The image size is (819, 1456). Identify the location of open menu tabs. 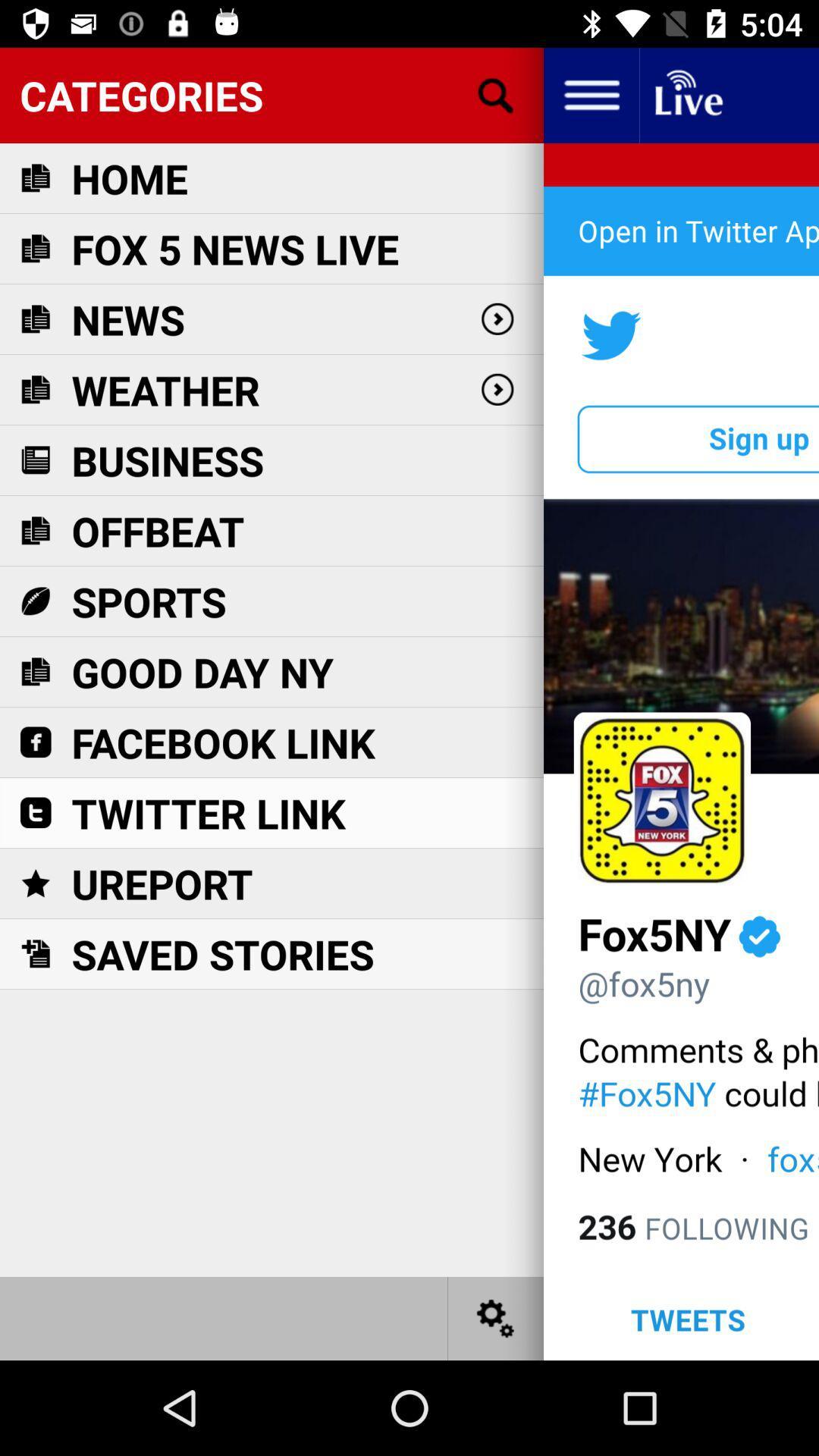
(590, 94).